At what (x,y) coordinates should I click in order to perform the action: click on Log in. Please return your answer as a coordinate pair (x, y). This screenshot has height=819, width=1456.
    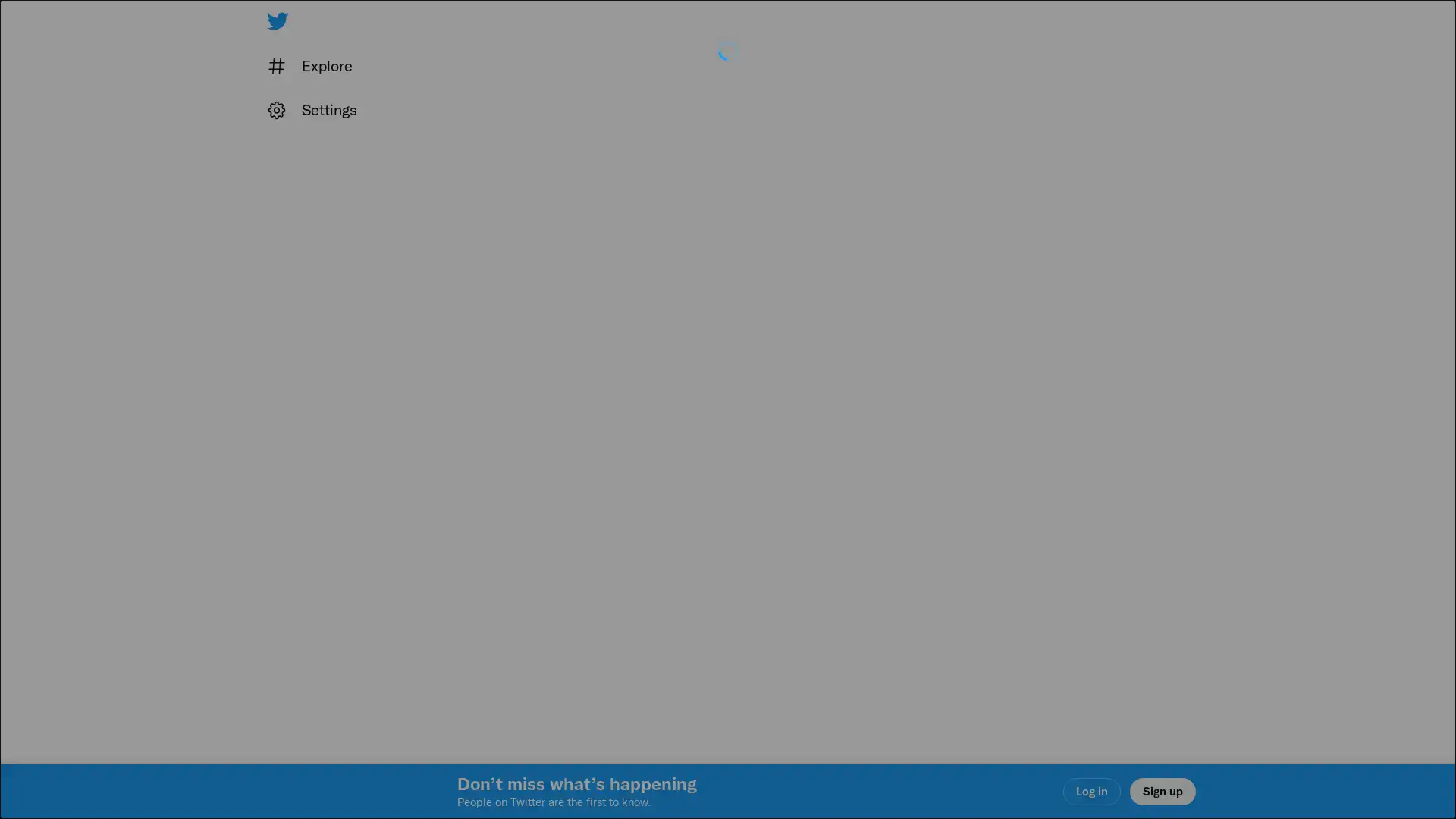
    Looking at the image, I should click on (910, 516).